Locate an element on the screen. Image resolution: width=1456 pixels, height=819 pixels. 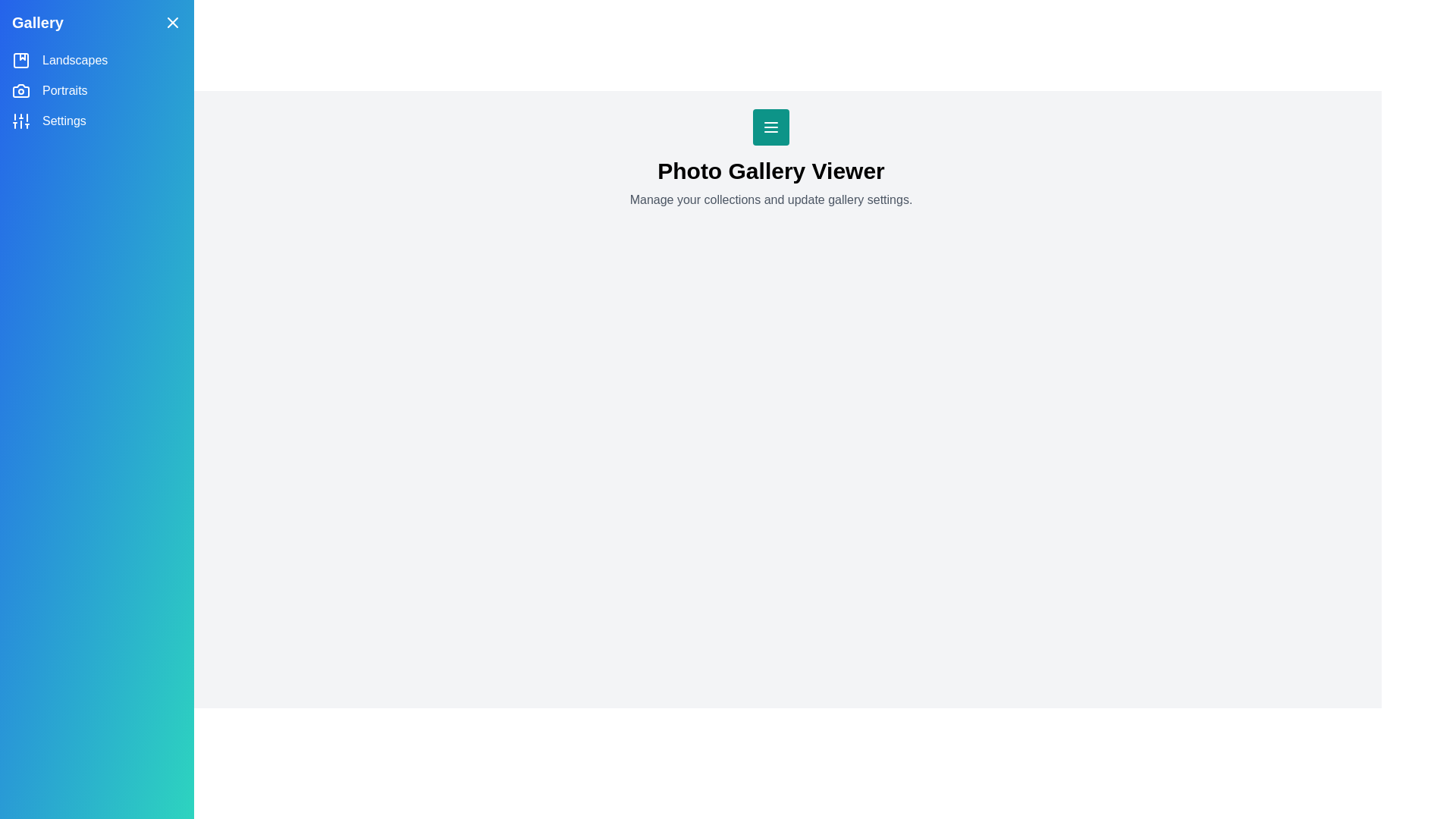
the close button in the top-right corner of the side drawer is located at coordinates (172, 23).